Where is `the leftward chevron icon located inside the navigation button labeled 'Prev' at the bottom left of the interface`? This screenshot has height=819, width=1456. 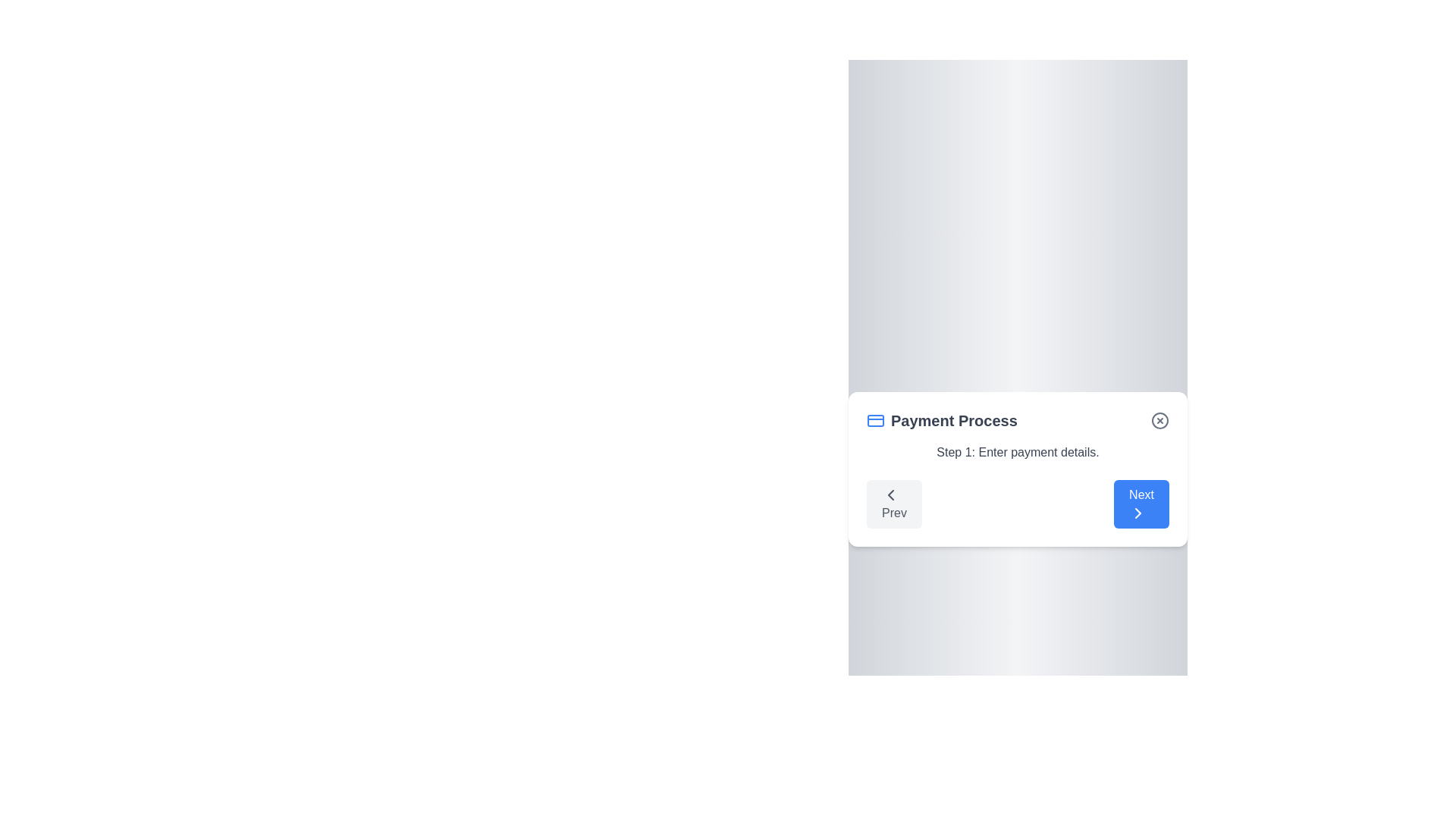 the leftward chevron icon located inside the navigation button labeled 'Prev' at the bottom left of the interface is located at coordinates (891, 494).